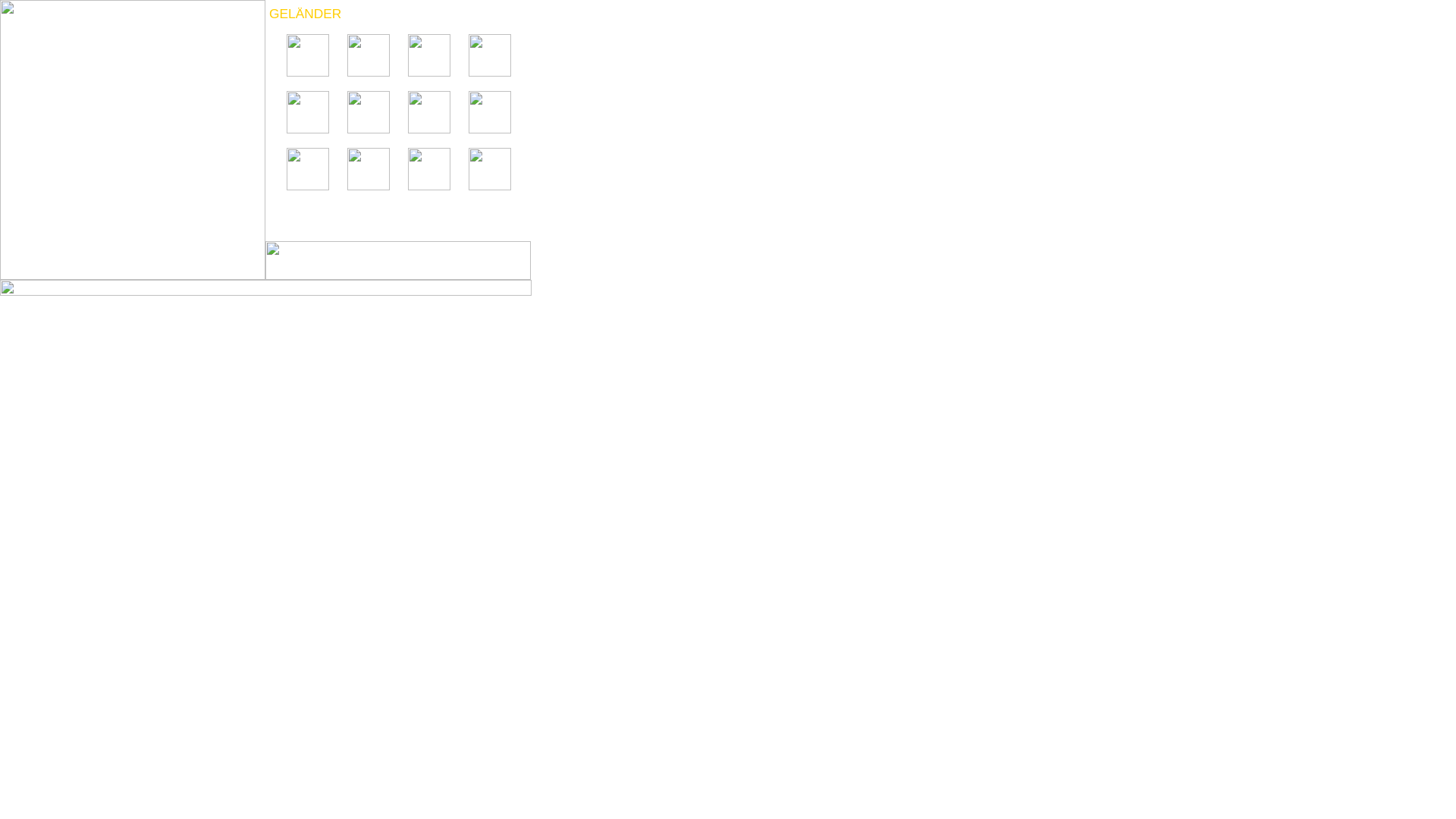 The width and height of the screenshot is (1456, 819). Describe the element at coordinates (265, 293) in the screenshot. I see `'zum Webmaster'` at that location.